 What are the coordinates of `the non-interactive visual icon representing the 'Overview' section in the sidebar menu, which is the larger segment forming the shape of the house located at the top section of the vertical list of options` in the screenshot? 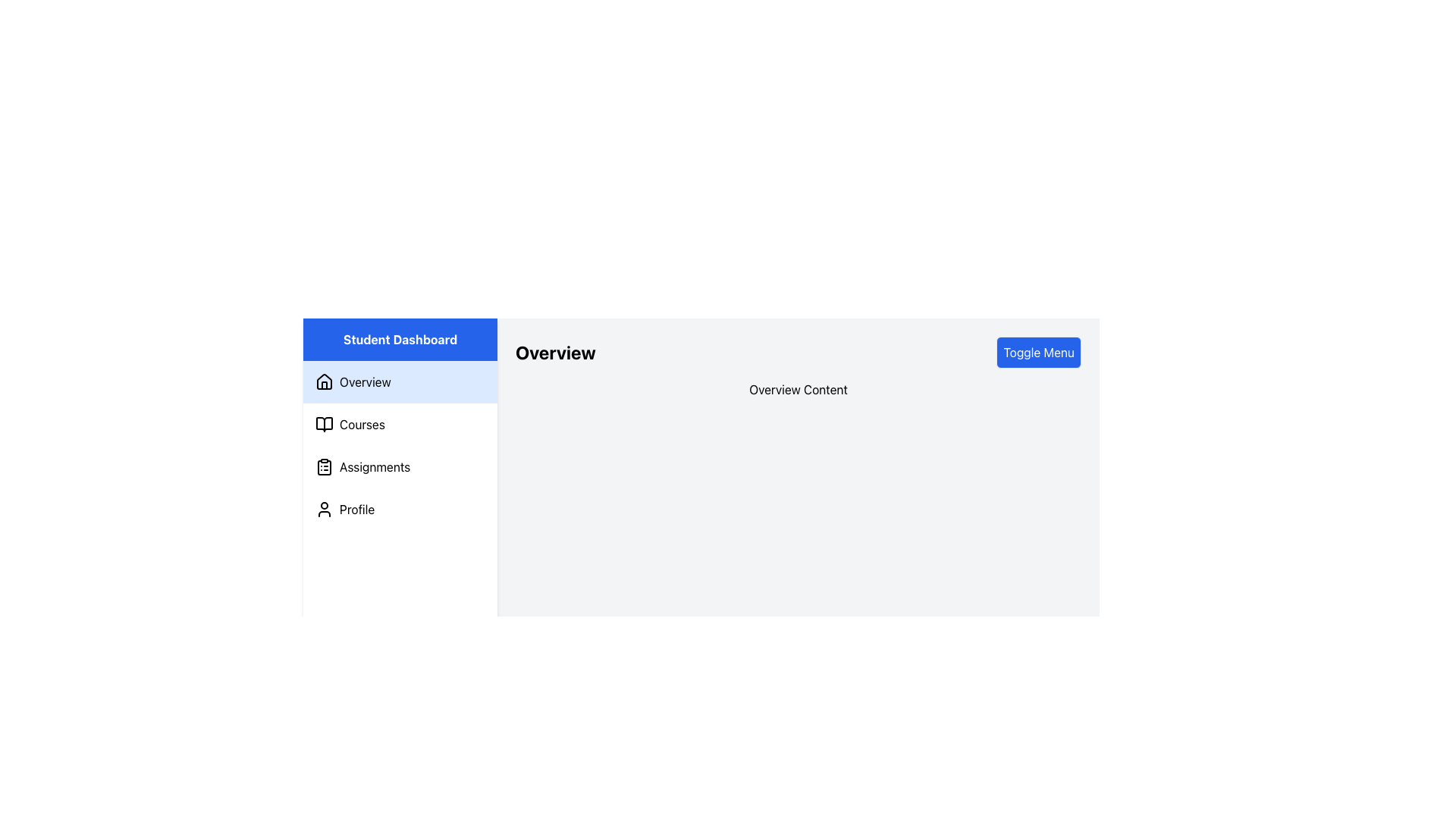 It's located at (323, 380).